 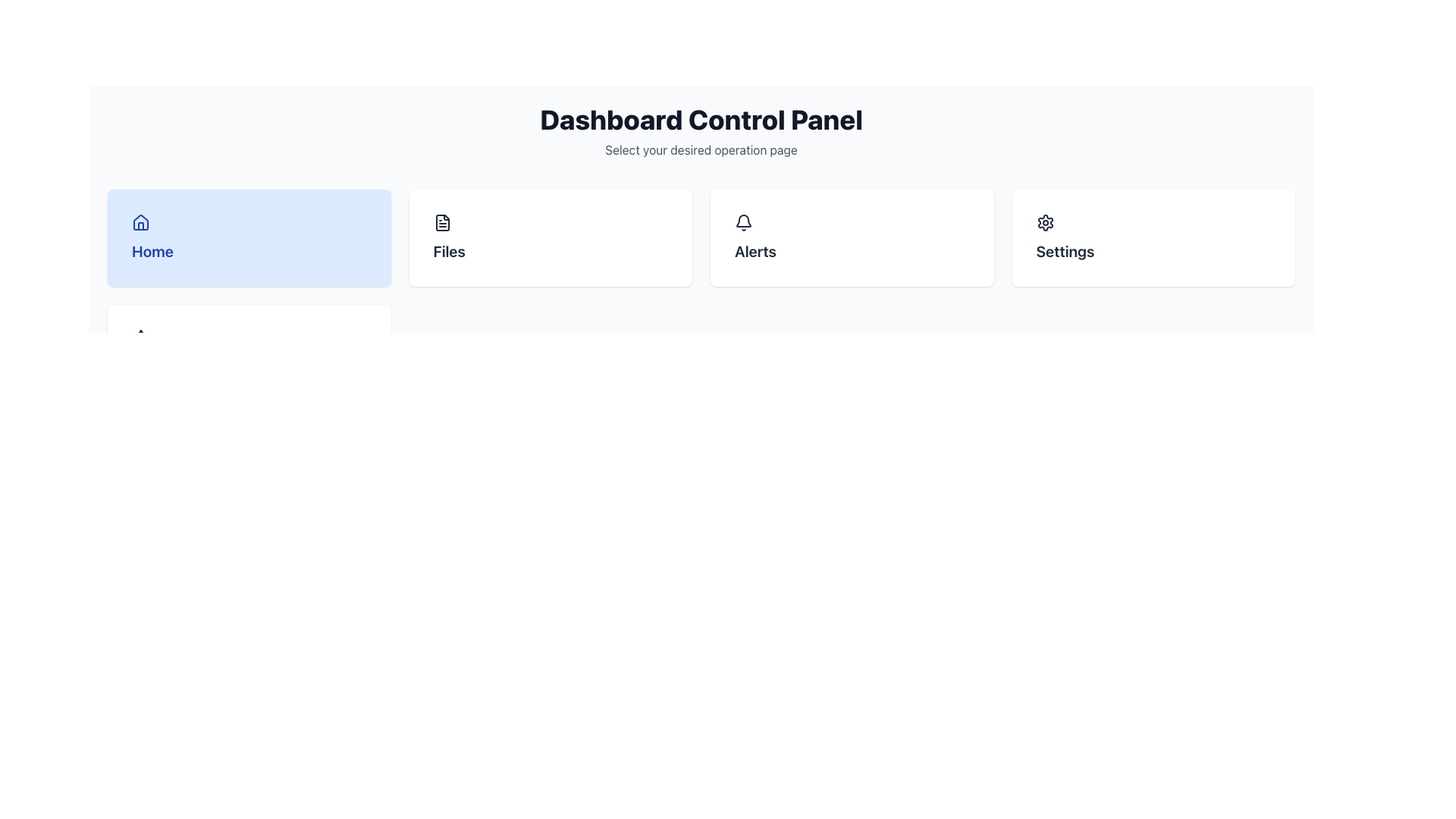 What do you see at coordinates (1153, 237) in the screenshot?
I see `the 'Settings' button located in the top-right corner of the grid layout` at bounding box center [1153, 237].